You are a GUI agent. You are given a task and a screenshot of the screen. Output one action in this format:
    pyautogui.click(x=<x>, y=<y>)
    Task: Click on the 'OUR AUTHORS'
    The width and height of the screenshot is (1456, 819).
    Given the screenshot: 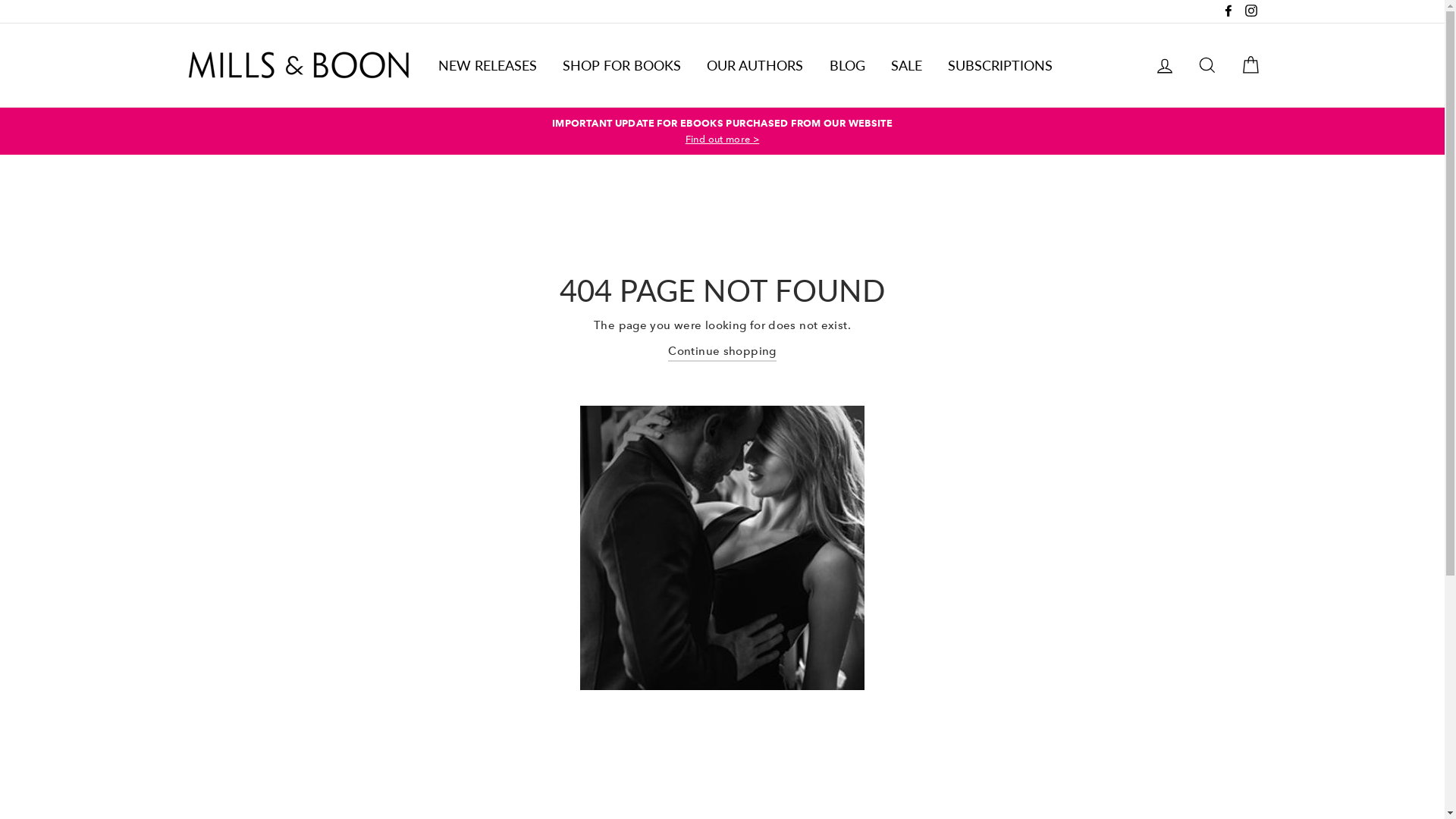 What is the action you would take?
    pyautogui.click(x=755, y=64)
    